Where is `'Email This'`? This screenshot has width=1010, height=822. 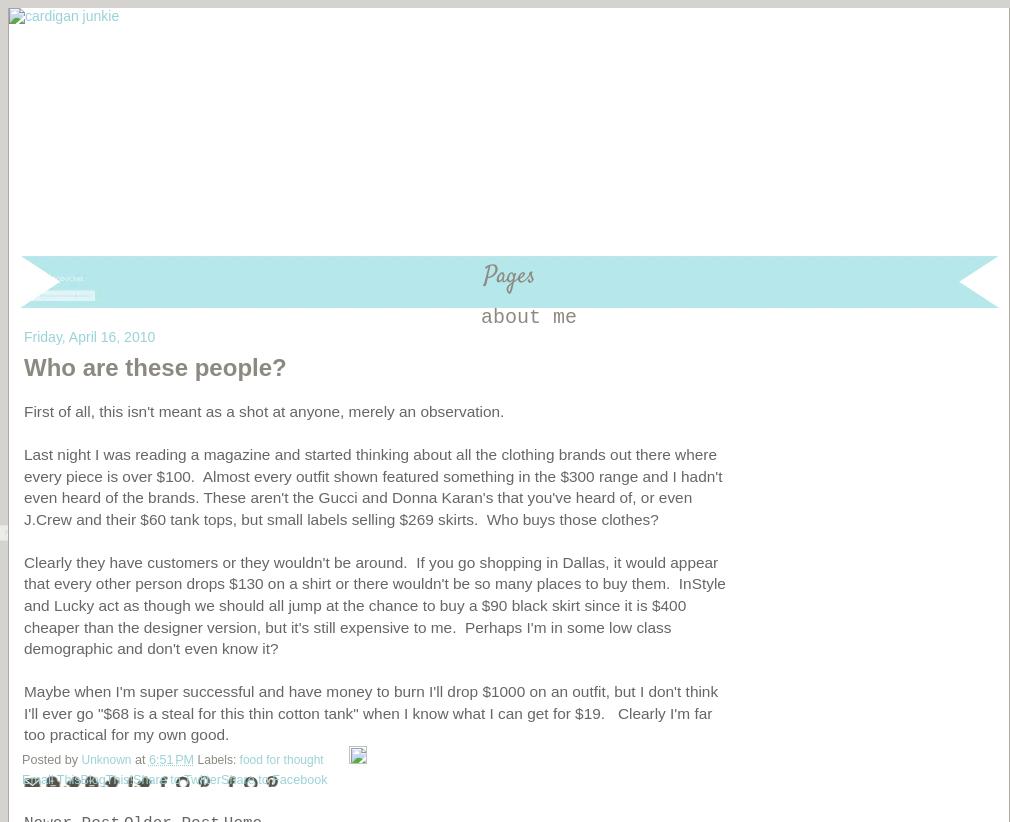
'Email This' is located at coordinates (21, 778).